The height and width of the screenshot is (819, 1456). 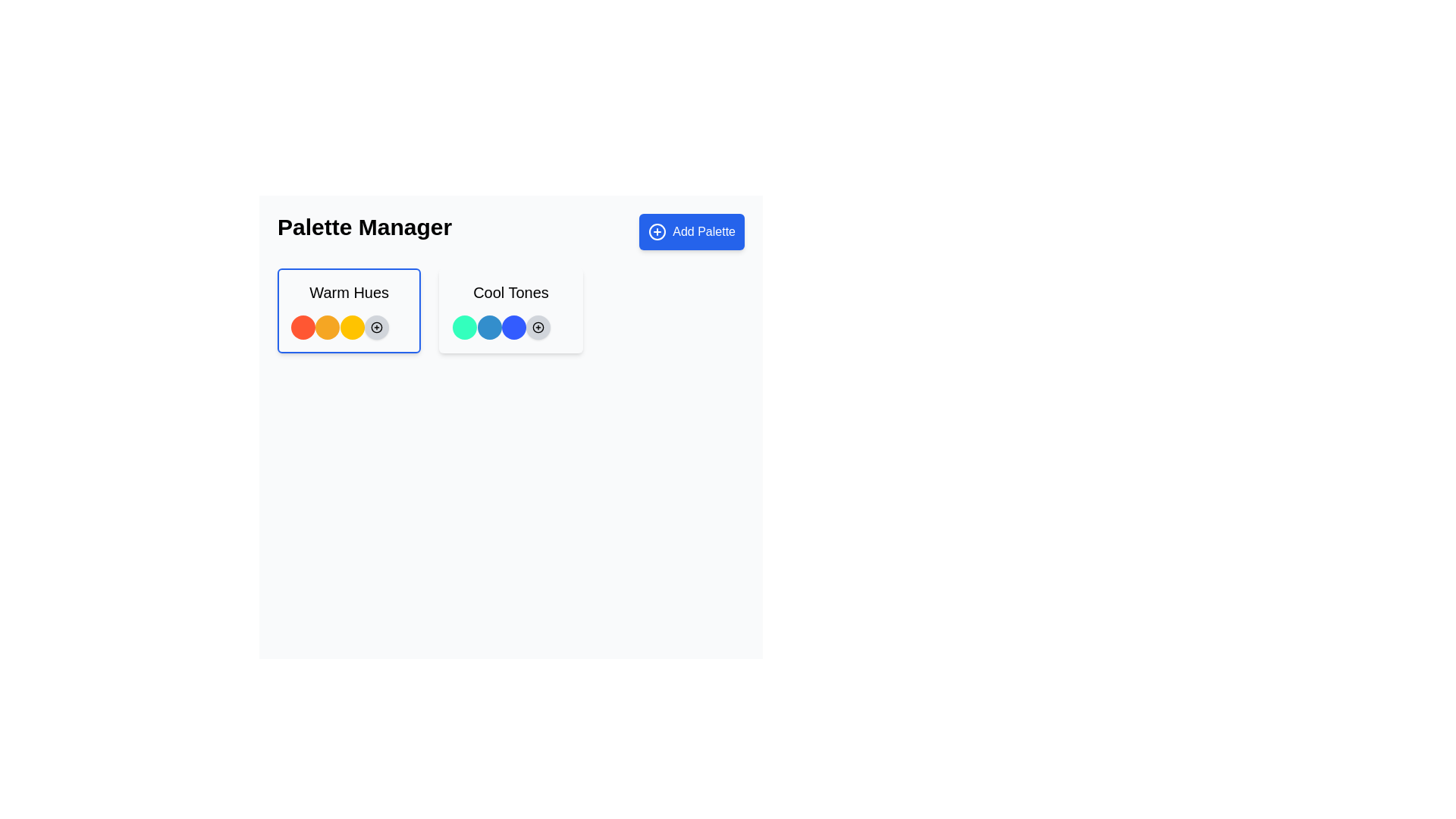 What do you see at coordinates (364, 231) in the screenshot?
I see `the 'Palette Manager' text label` at bounding box center [364, 231].